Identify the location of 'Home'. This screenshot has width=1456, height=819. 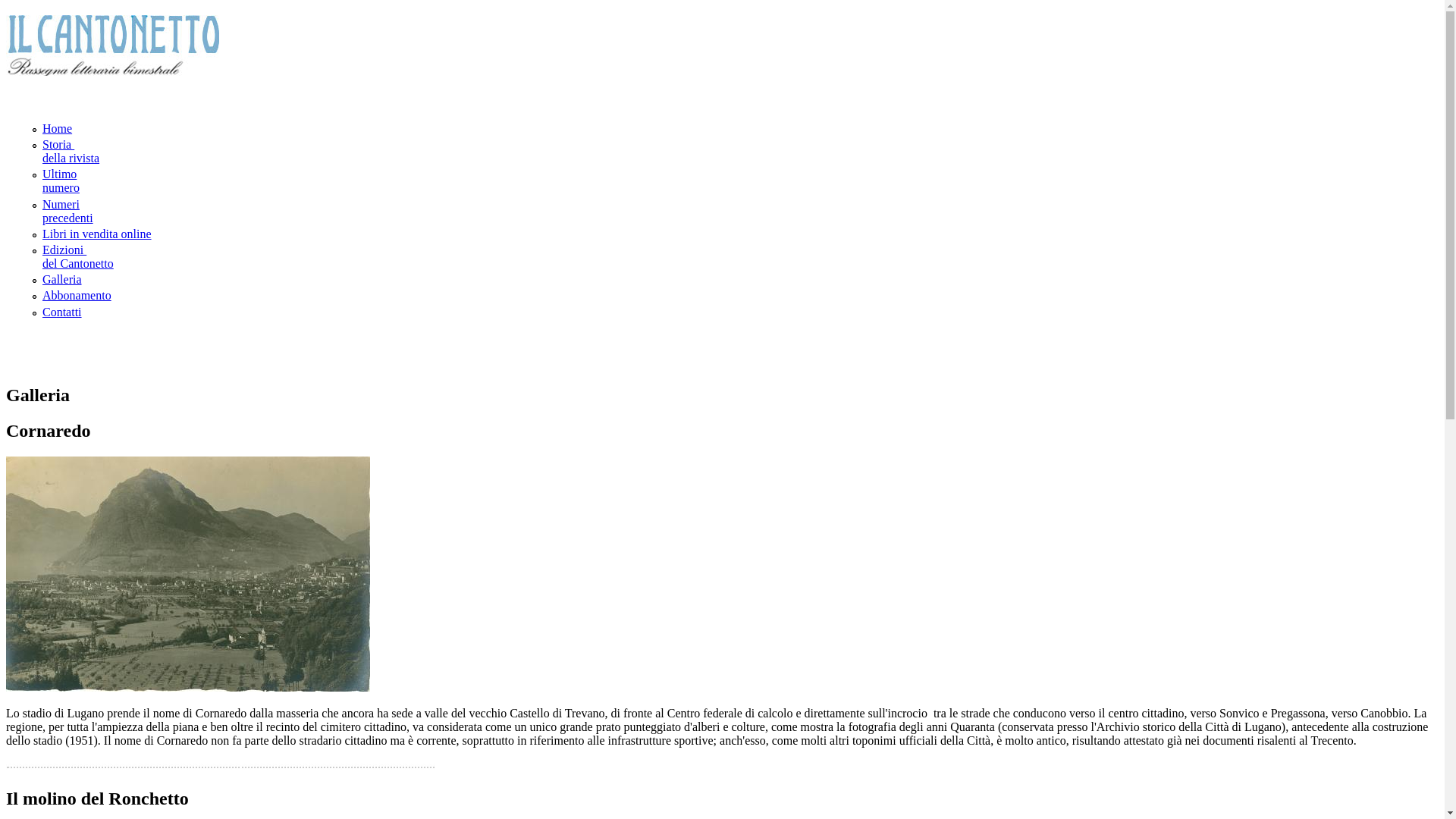
(111, 70).